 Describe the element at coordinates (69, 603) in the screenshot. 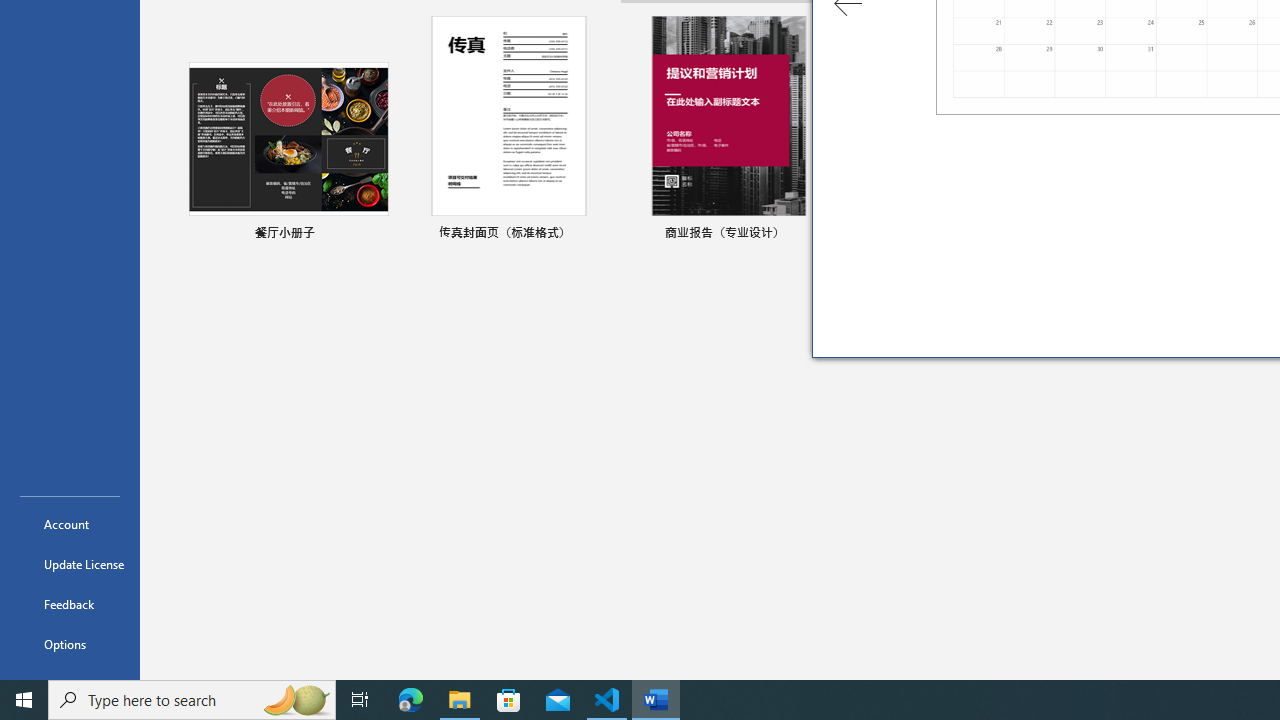

I see `'Feedback'` at that location.